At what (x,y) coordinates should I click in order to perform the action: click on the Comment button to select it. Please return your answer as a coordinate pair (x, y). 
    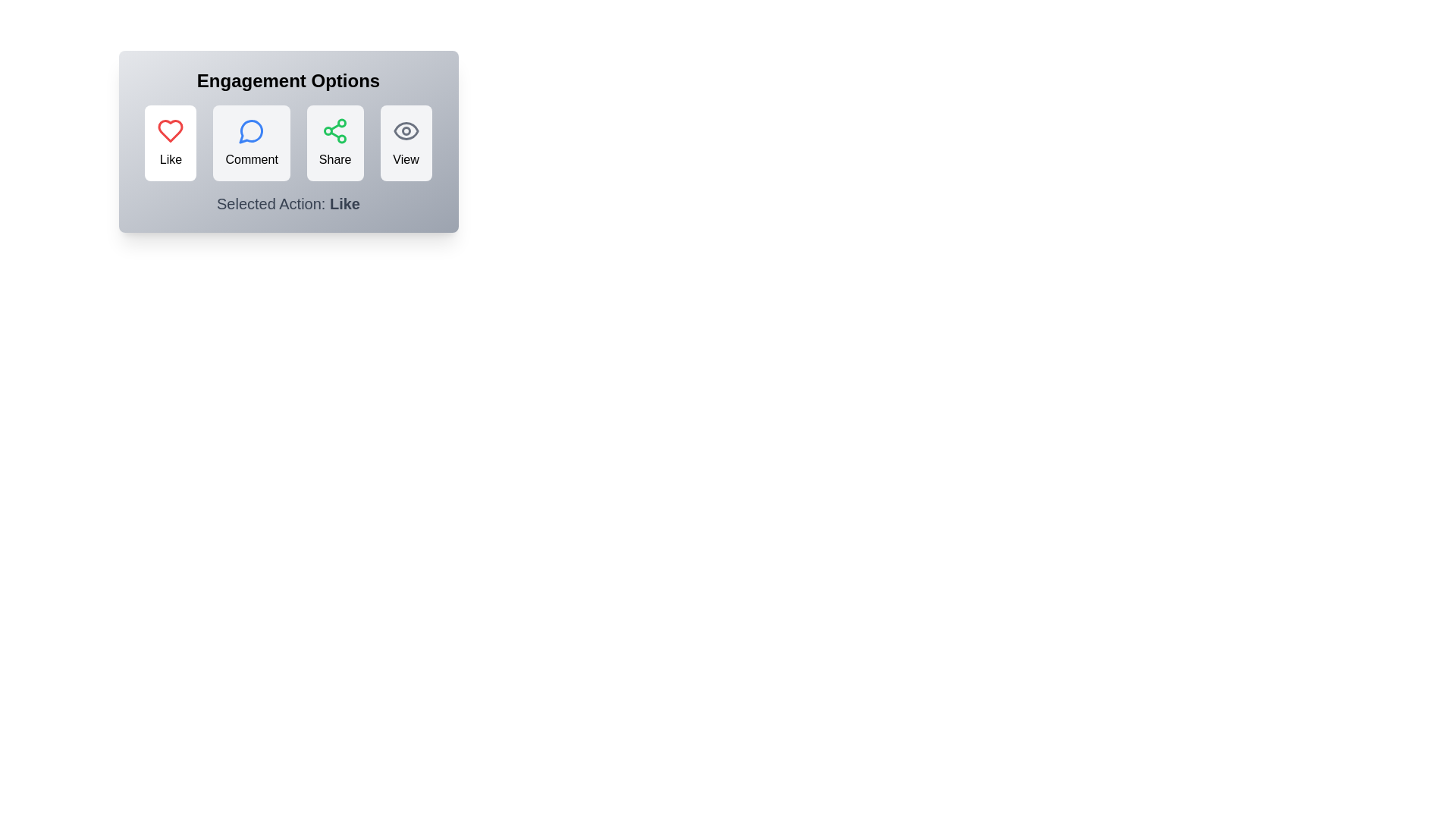
    Looking at the image, I should click on (252, 143).